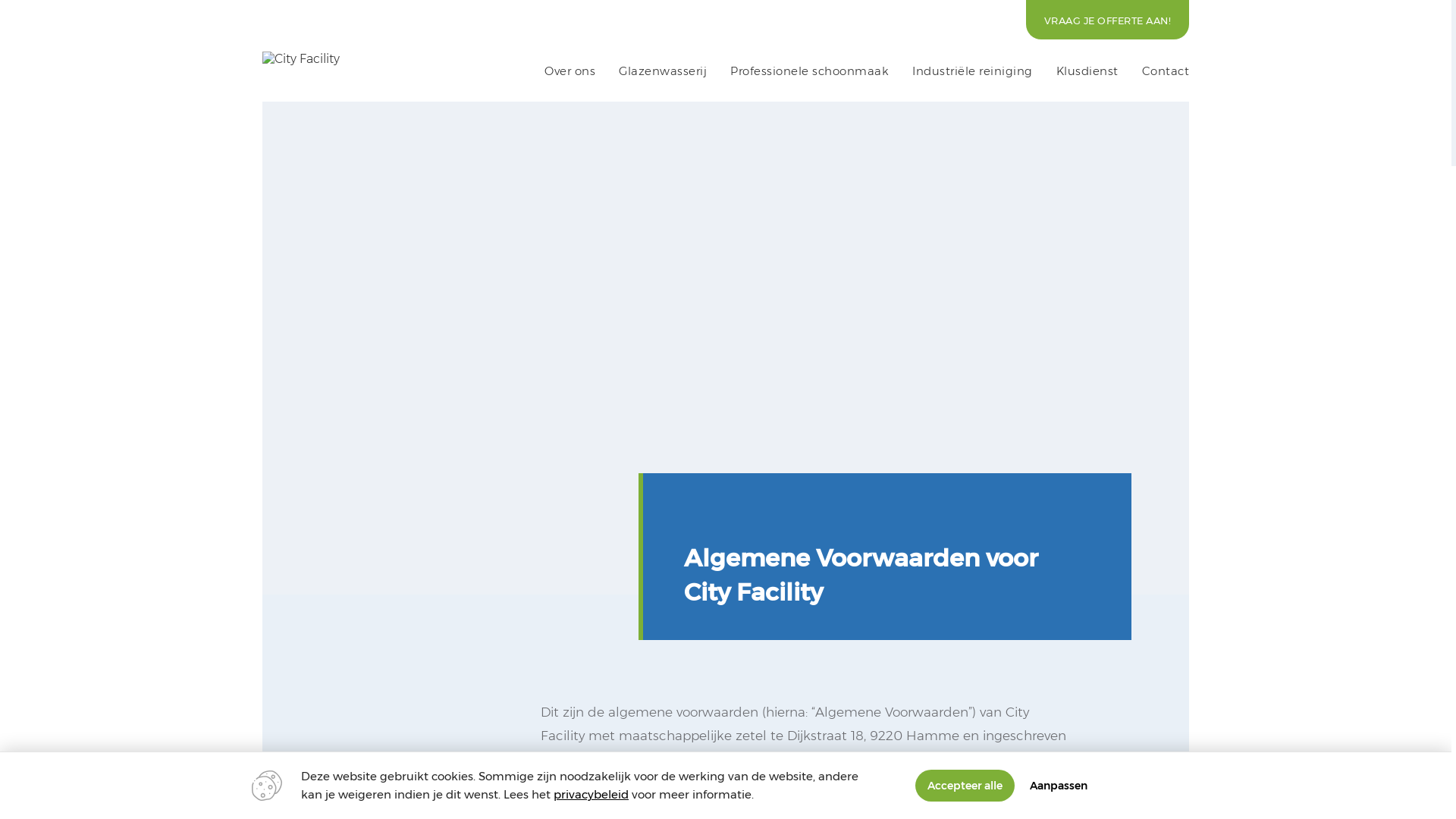 This screenshot has width=1456, height=819. I want to click on 'Klusdienst', so click(1087, 71).